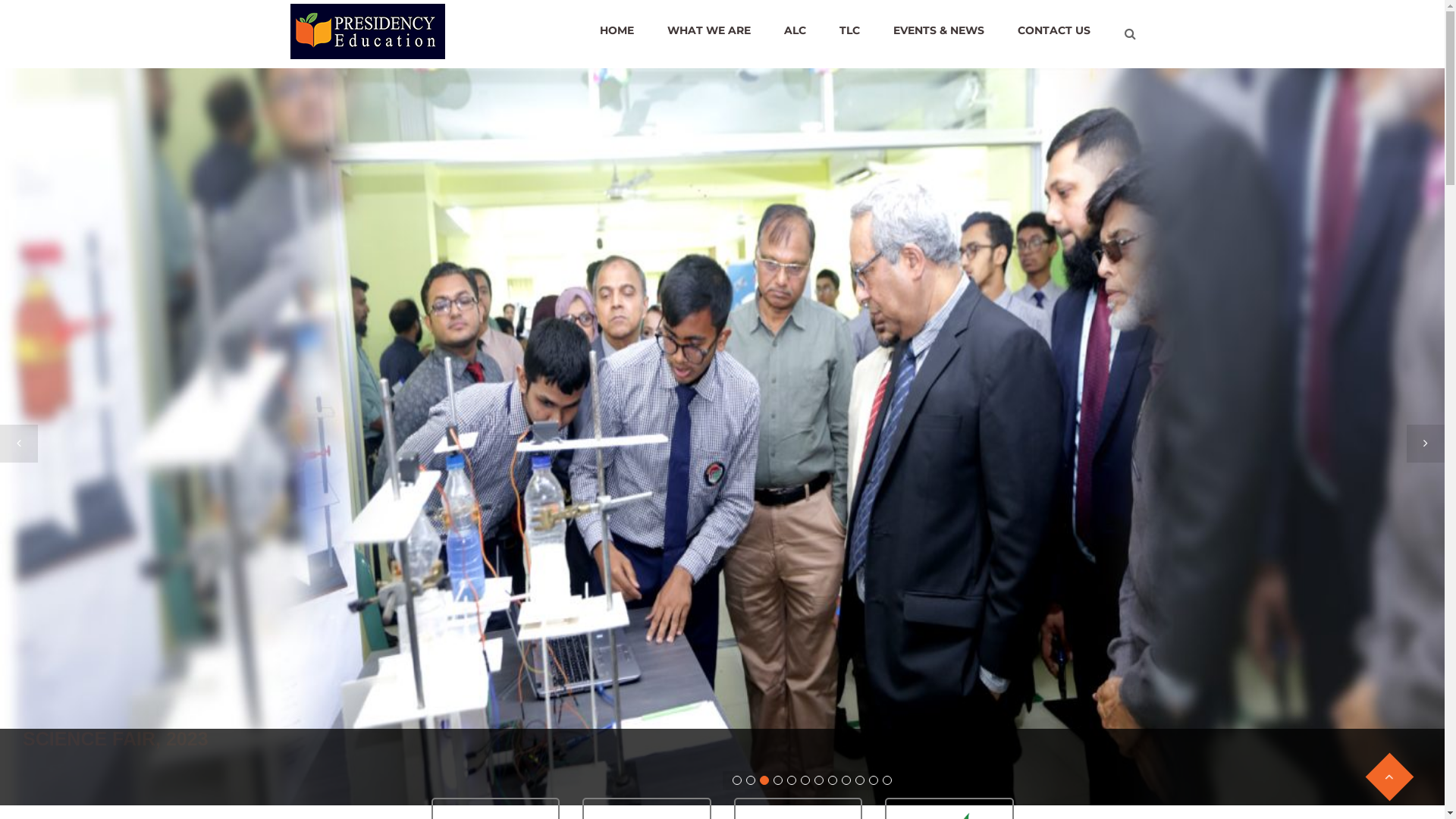 Image resolution: width=1456 pixels, height=819 pixels. Describe the element at coordinates (1425, 444) in the screenshot. I see `'Next'` at that location.